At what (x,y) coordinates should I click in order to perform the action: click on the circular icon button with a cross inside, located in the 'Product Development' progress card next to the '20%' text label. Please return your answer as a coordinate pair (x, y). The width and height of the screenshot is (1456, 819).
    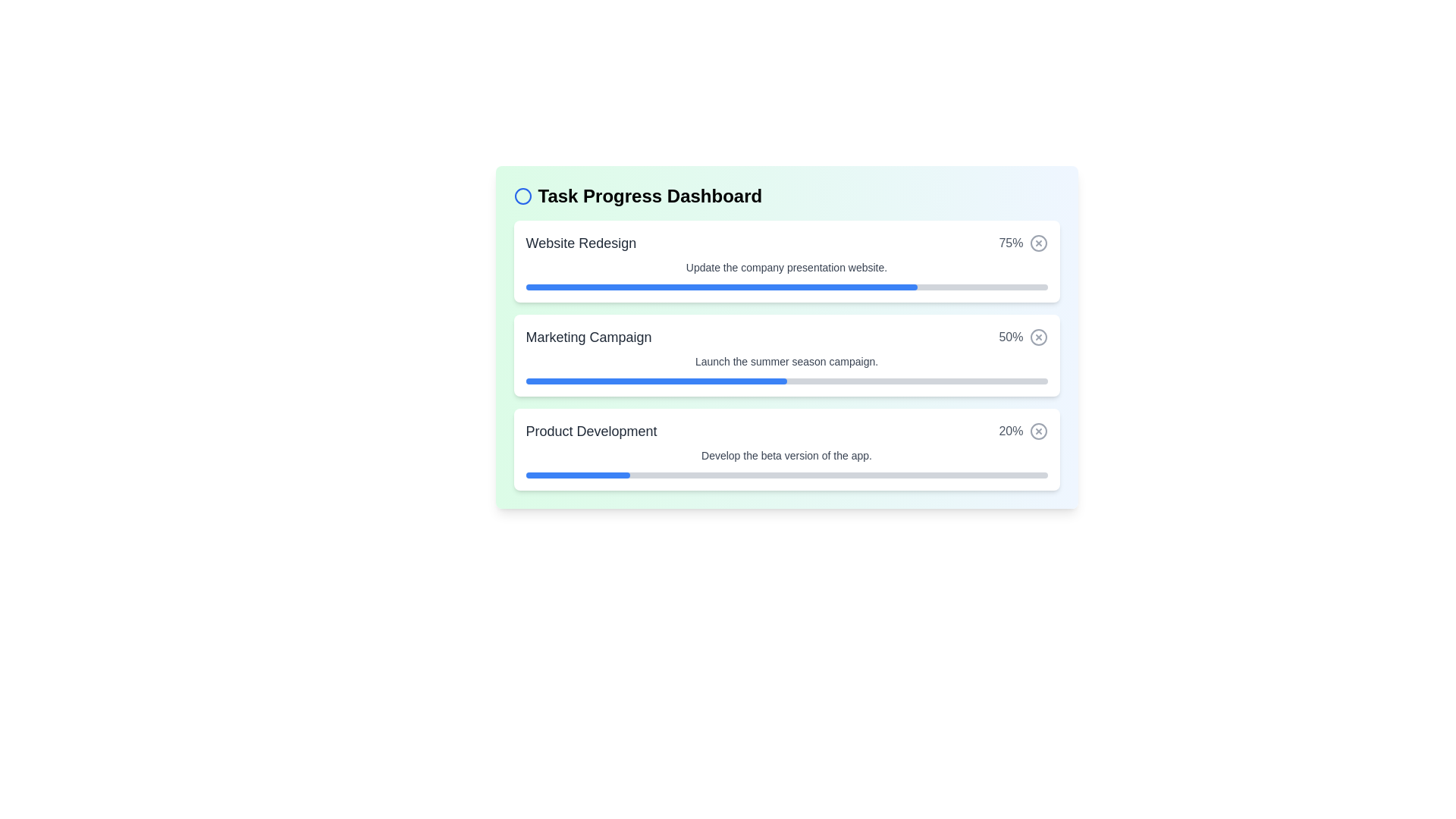
    Looking at the image, I should click on (1037, 431).